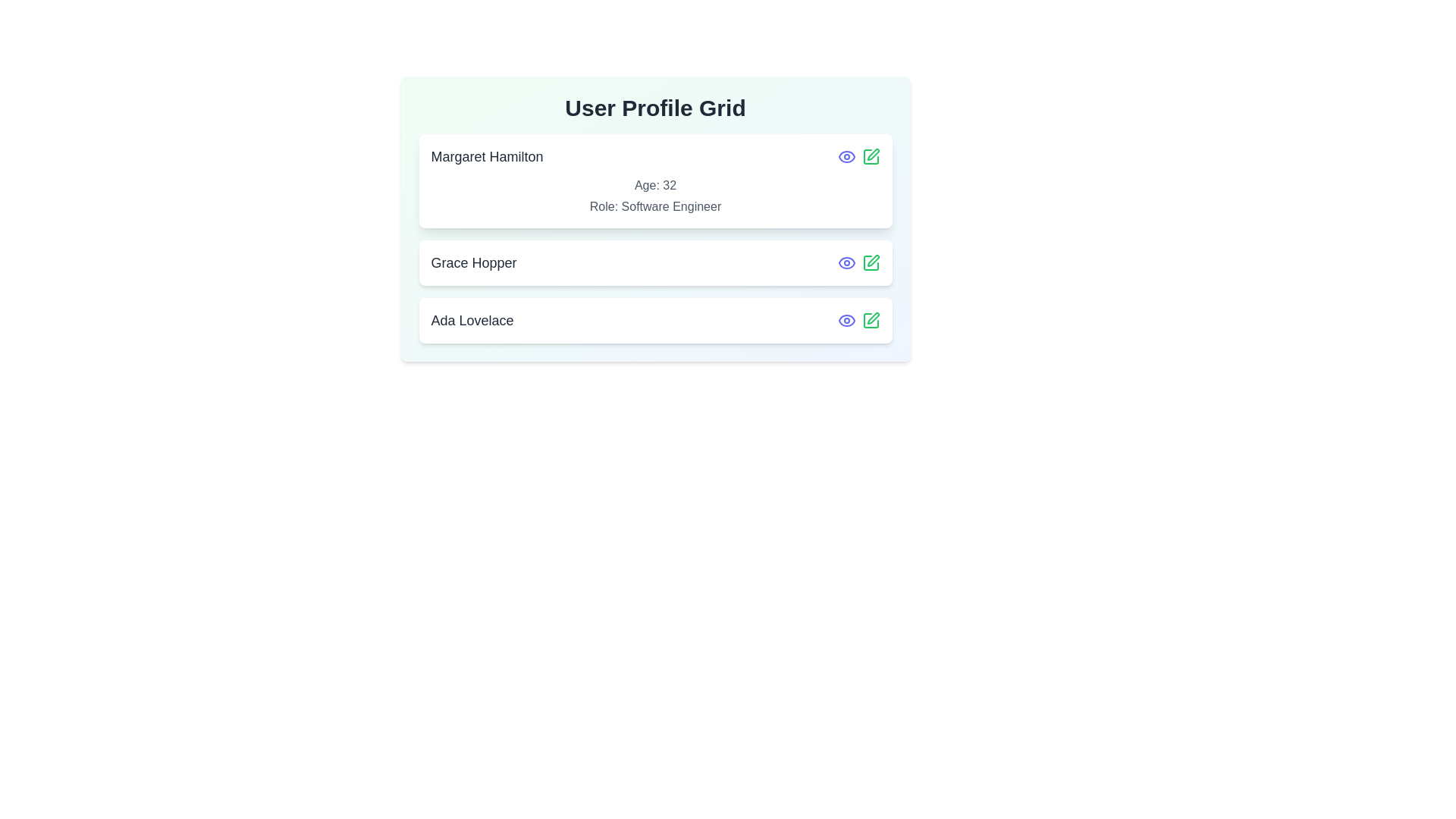 The width and height of the screenshot is (1456, 819). What do you see at coordinates (472, 320) in the screenshot?
I see `the profile name Ada Lovelace by clicking on it` at bounding box center [472, 320].